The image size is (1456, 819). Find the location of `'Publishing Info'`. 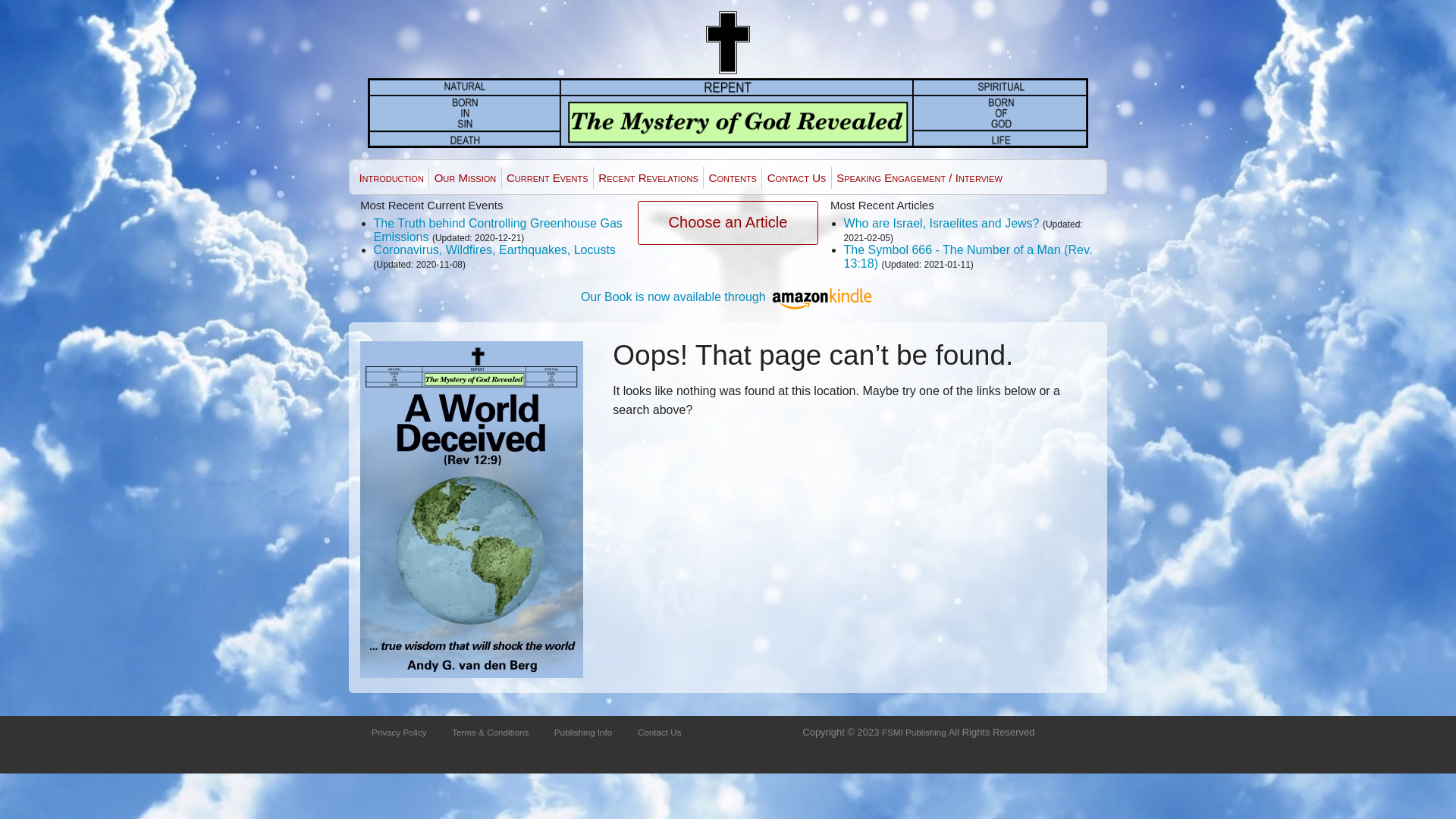

'Publishing Info' is located at coordinates (582, 731).